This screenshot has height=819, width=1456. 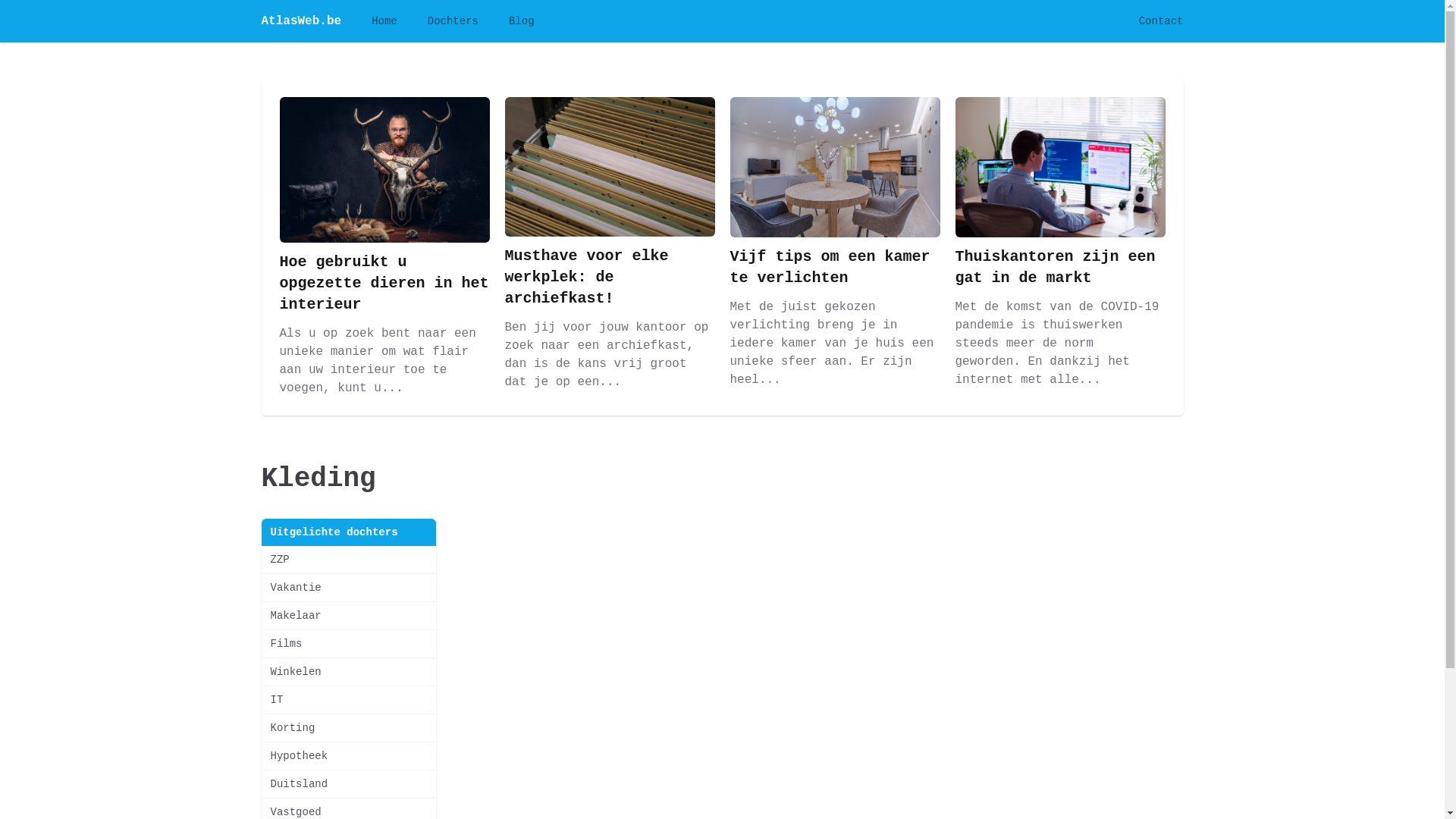 What do you see at coordinates (347, 755) in the screenshot?
I see `'Hypotheek'` at bounding box center [347, 755].